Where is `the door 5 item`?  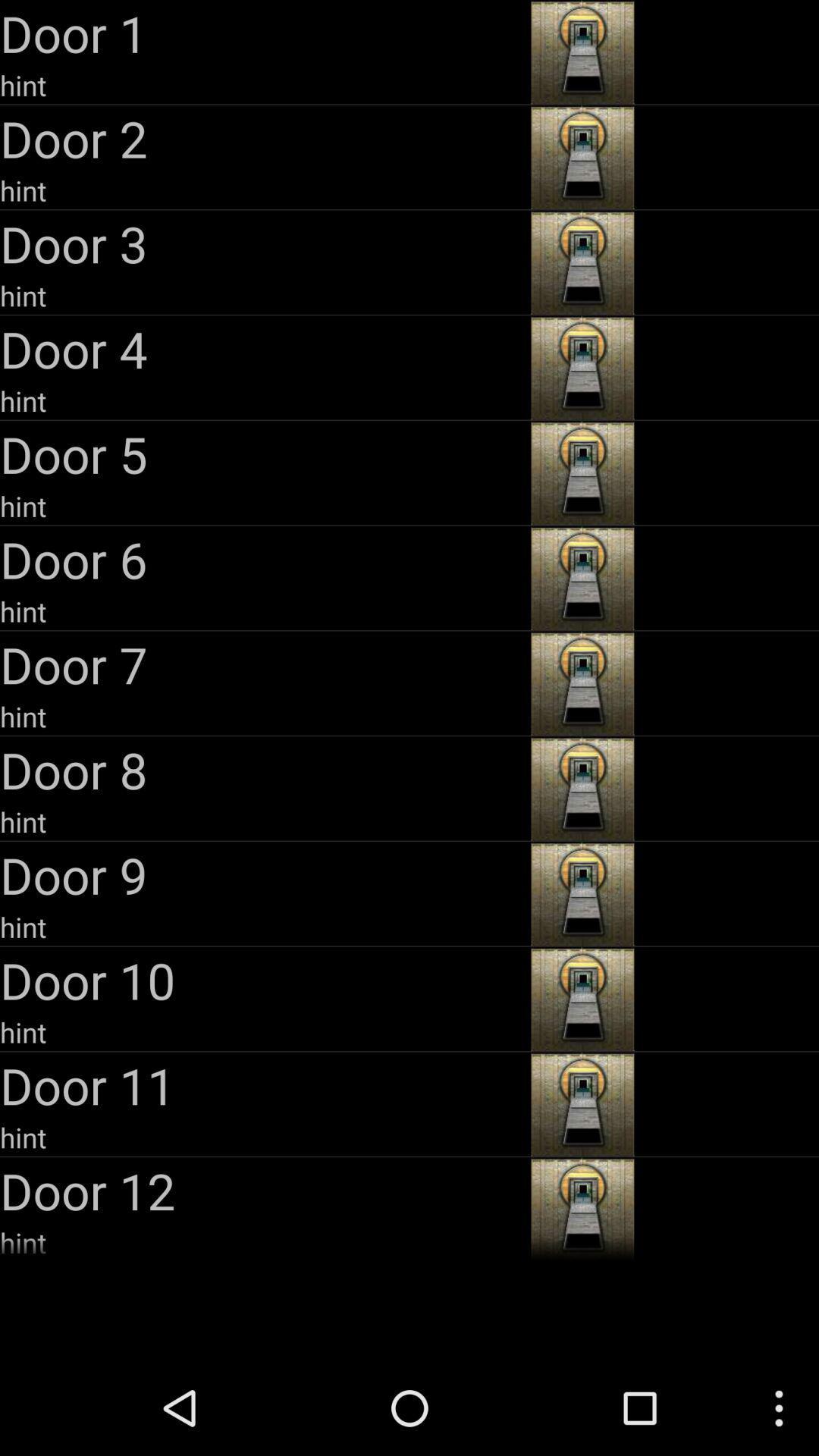
the door 5 item is located at coordinates (262, 453).